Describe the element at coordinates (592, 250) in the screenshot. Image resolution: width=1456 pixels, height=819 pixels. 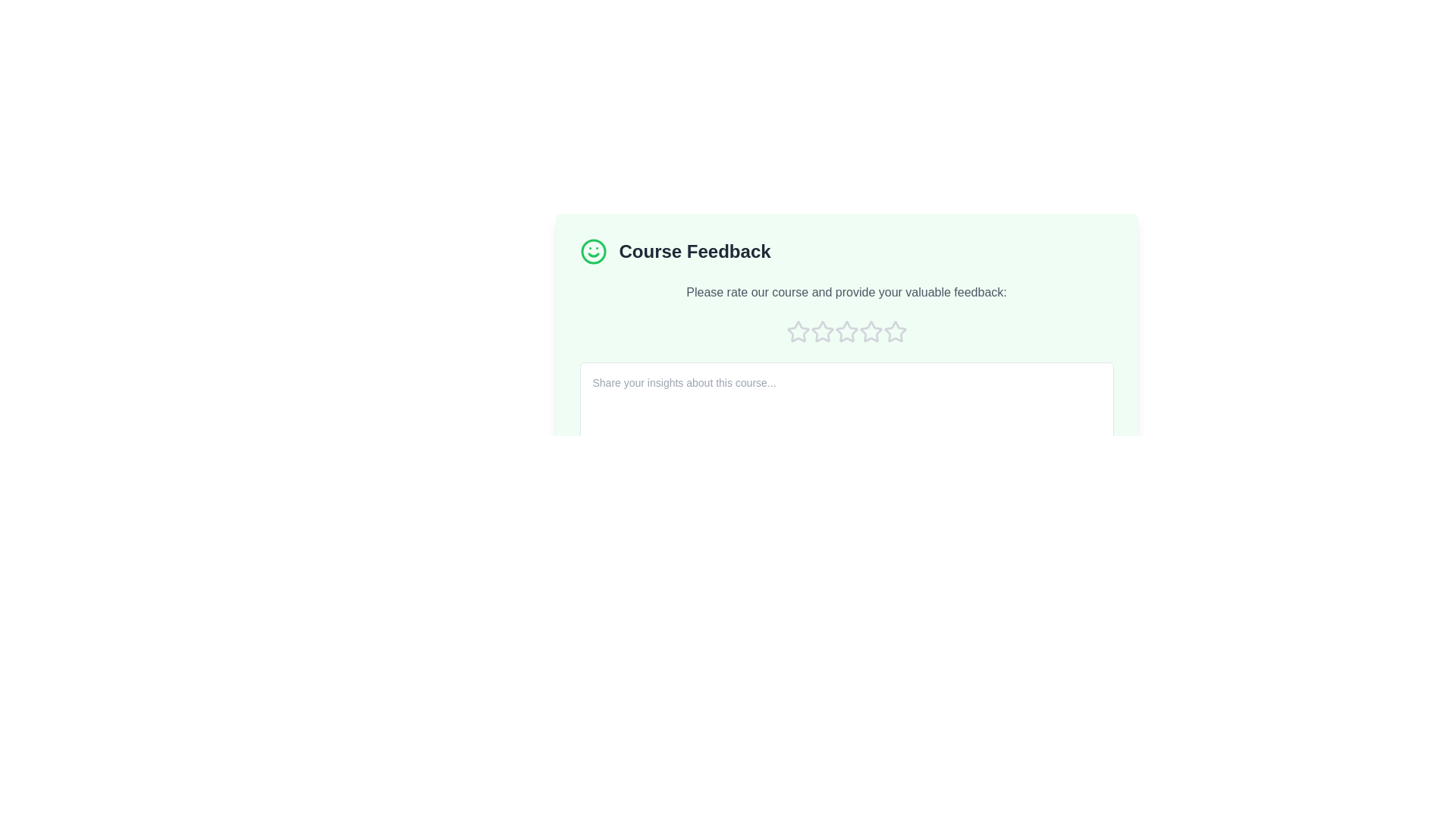
I see `the circular SVG element located at the center of the green-outlined smiley face icon next to the 'Course Feedback' header` at that location.